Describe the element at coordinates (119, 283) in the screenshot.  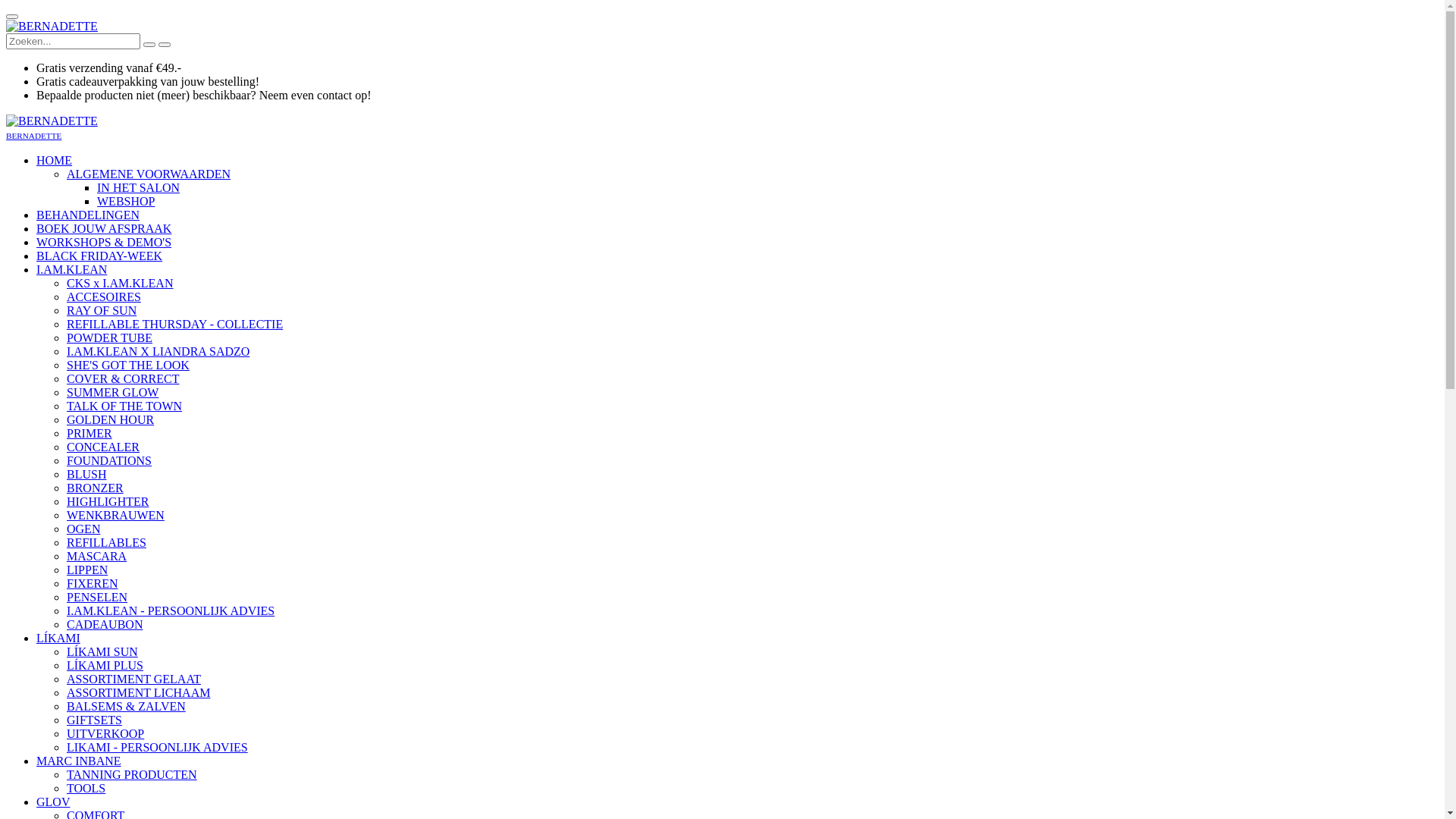
I see `'CKS x I.AM.KLEAN'` at that location.